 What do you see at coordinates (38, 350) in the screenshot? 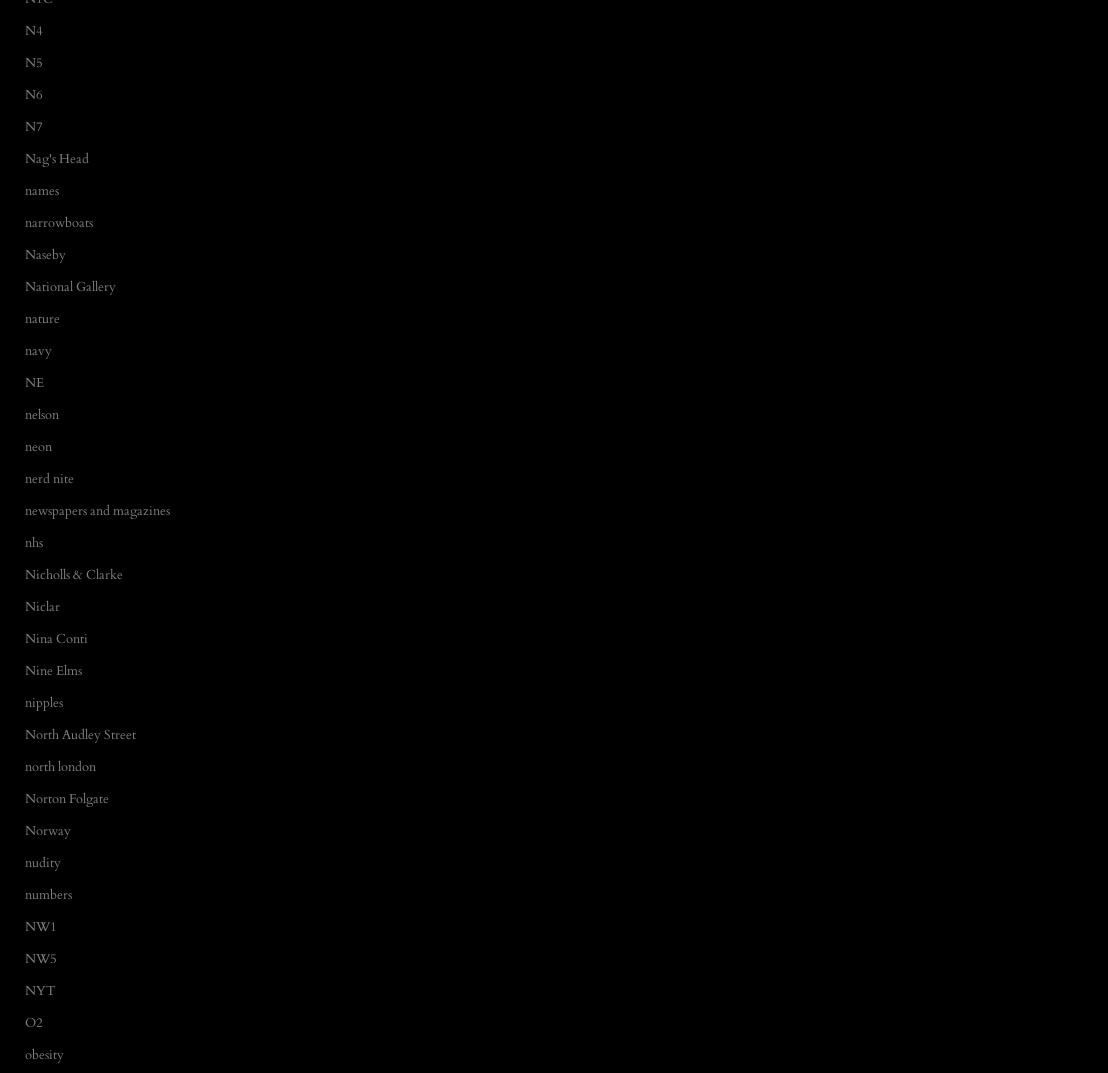
I see `'navy'` at bounding box center [38, 350].